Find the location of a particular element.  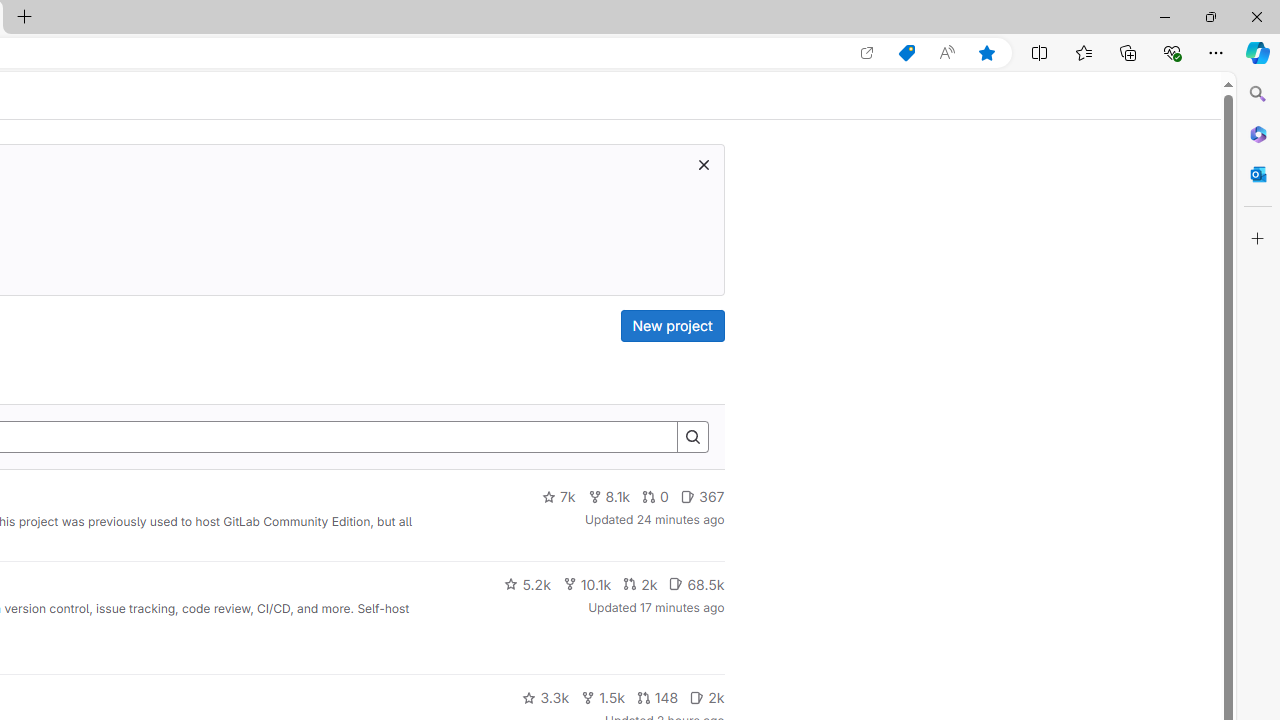

'Close Outlook pane' is located at coordinates (1257, 173).